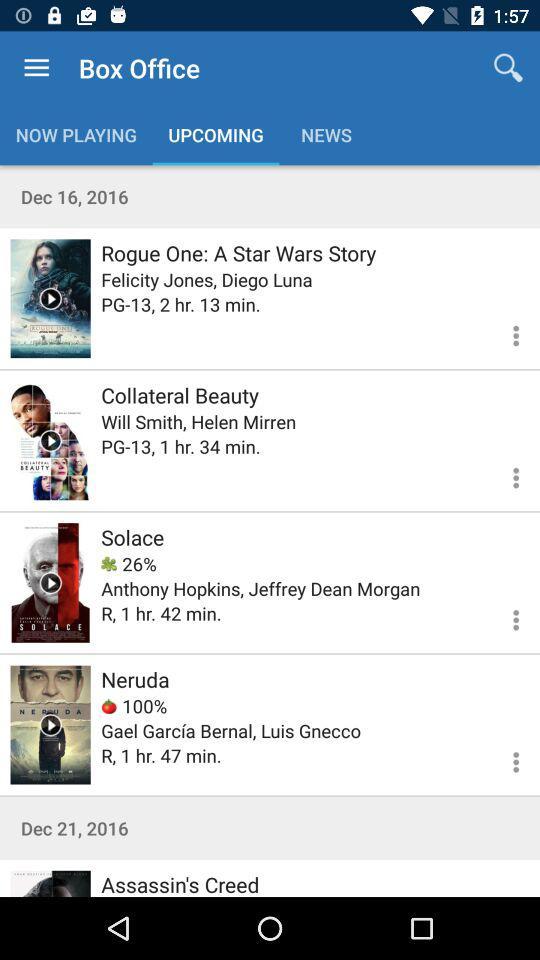 The width and height of the screenshot is (540, 960). I want to click on more information, so click(503, 475).